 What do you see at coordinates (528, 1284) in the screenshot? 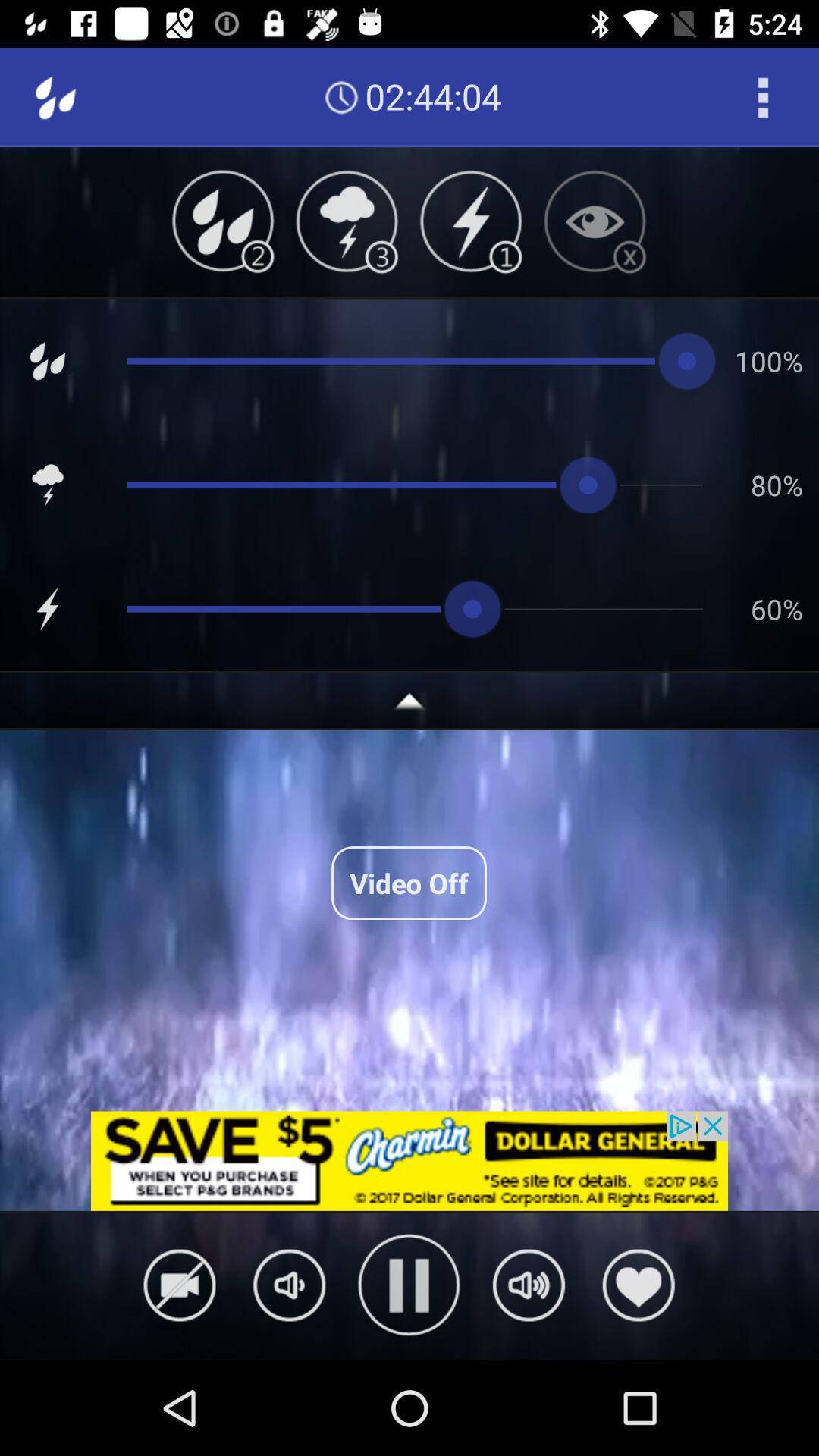
I see `the chat icon` at bounding box center [528, 1284].